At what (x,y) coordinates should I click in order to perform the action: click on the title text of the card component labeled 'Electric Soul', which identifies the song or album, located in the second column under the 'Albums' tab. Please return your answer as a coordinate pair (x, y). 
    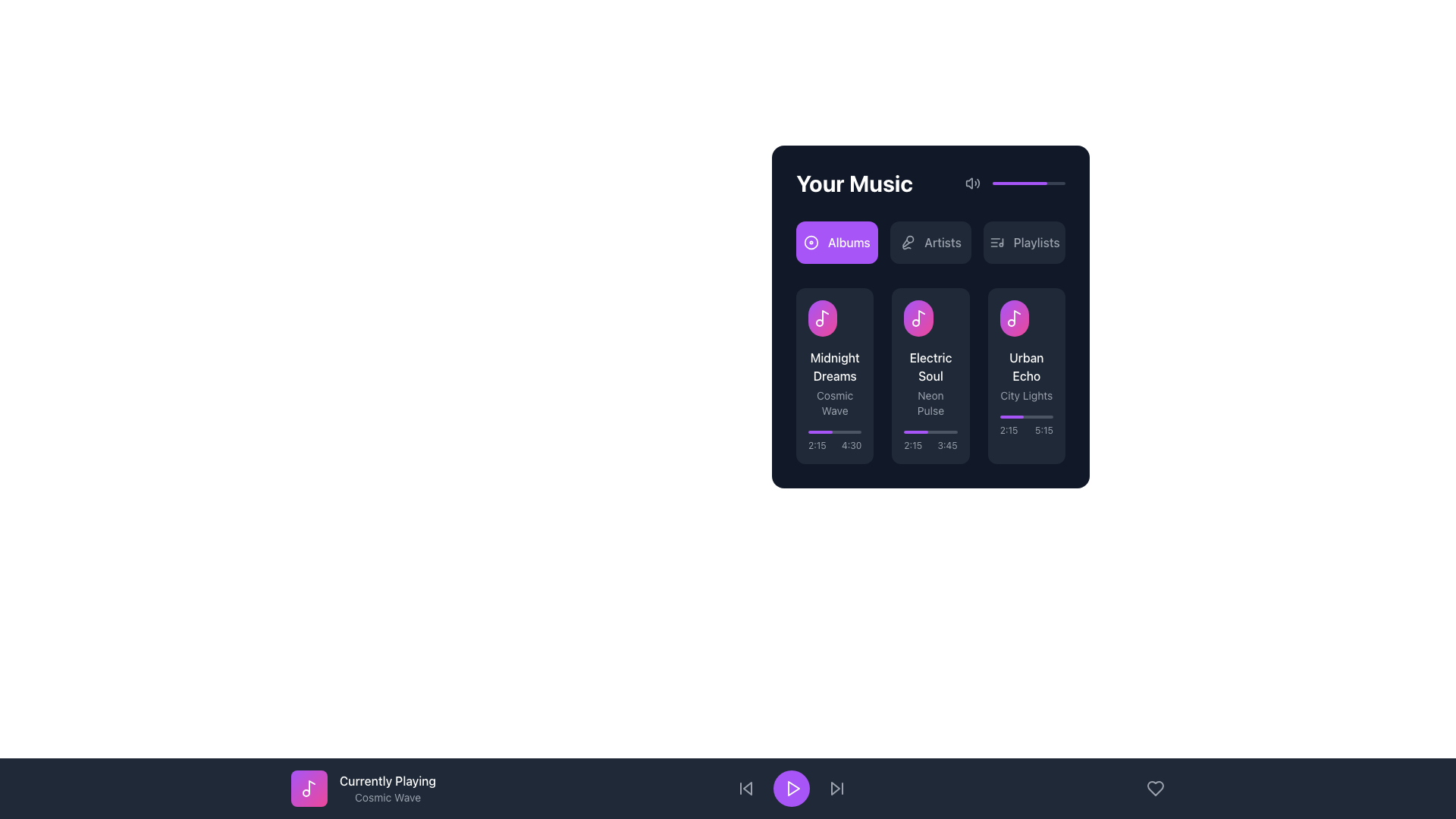
    Looking at the image, I should click on (930, 366).